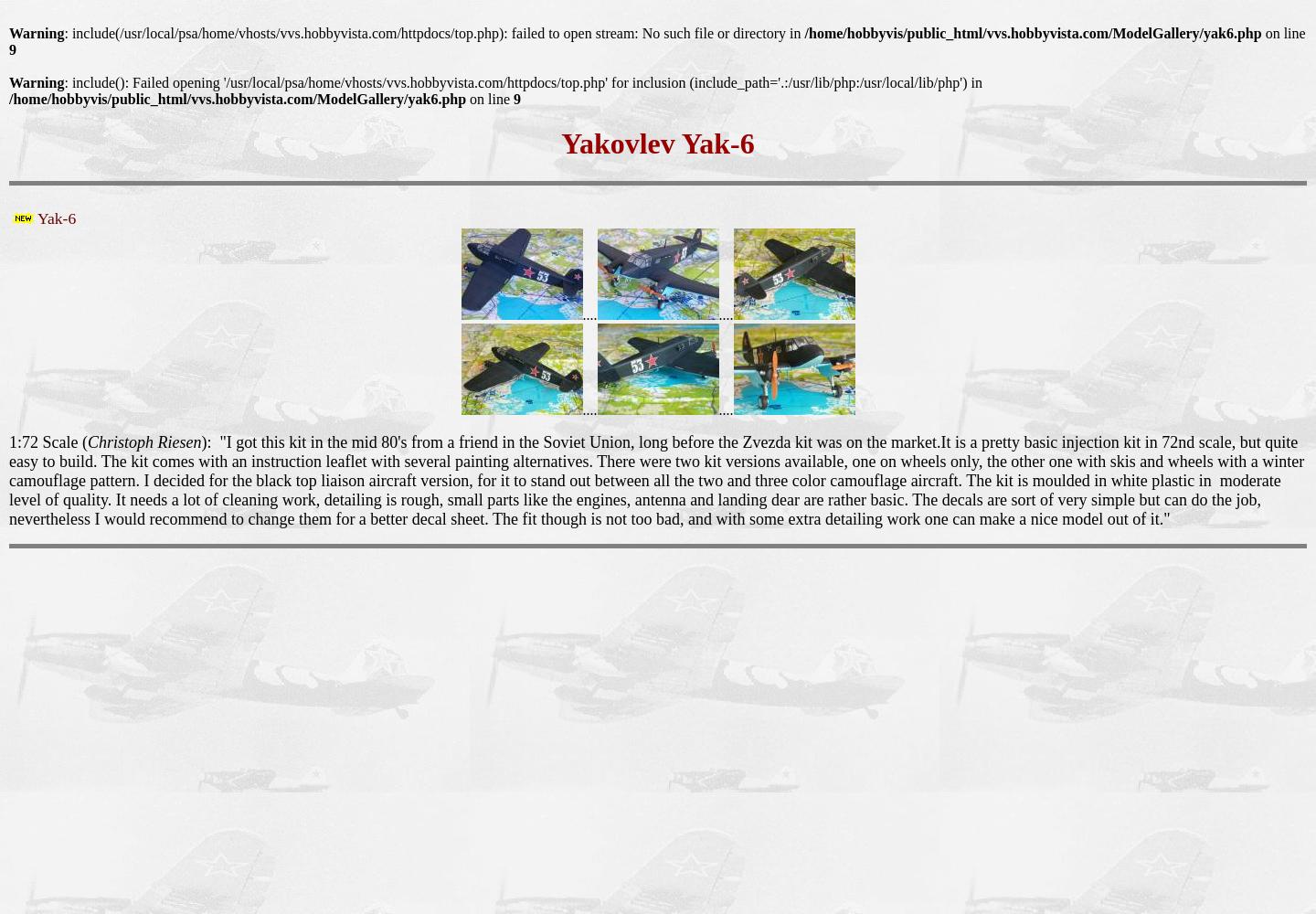  I want to click on 'Christoph Riesen', so click(143, 441).